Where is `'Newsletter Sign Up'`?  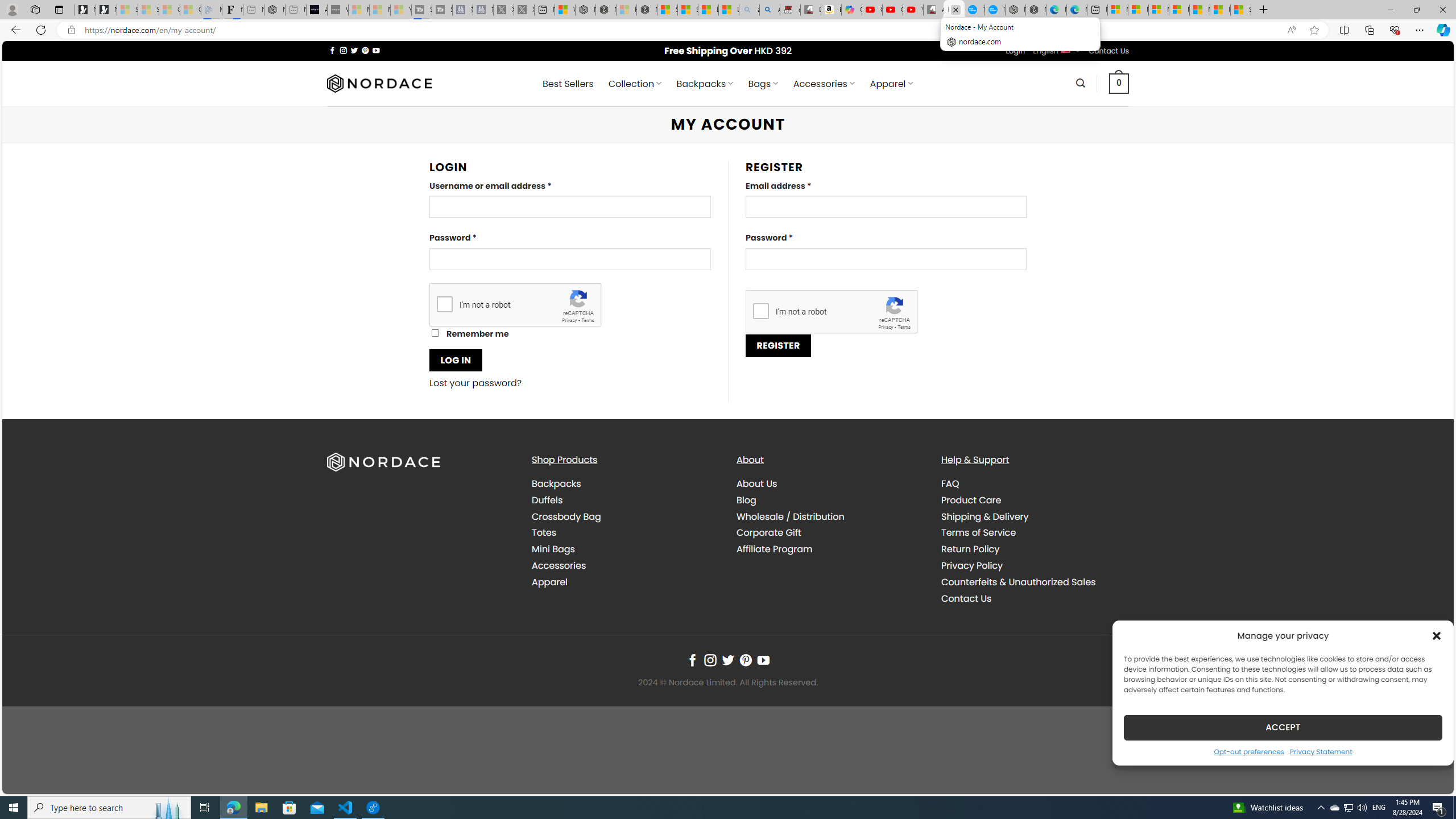
'Newsletter Sign Up' is located at coordinates (106, 9).